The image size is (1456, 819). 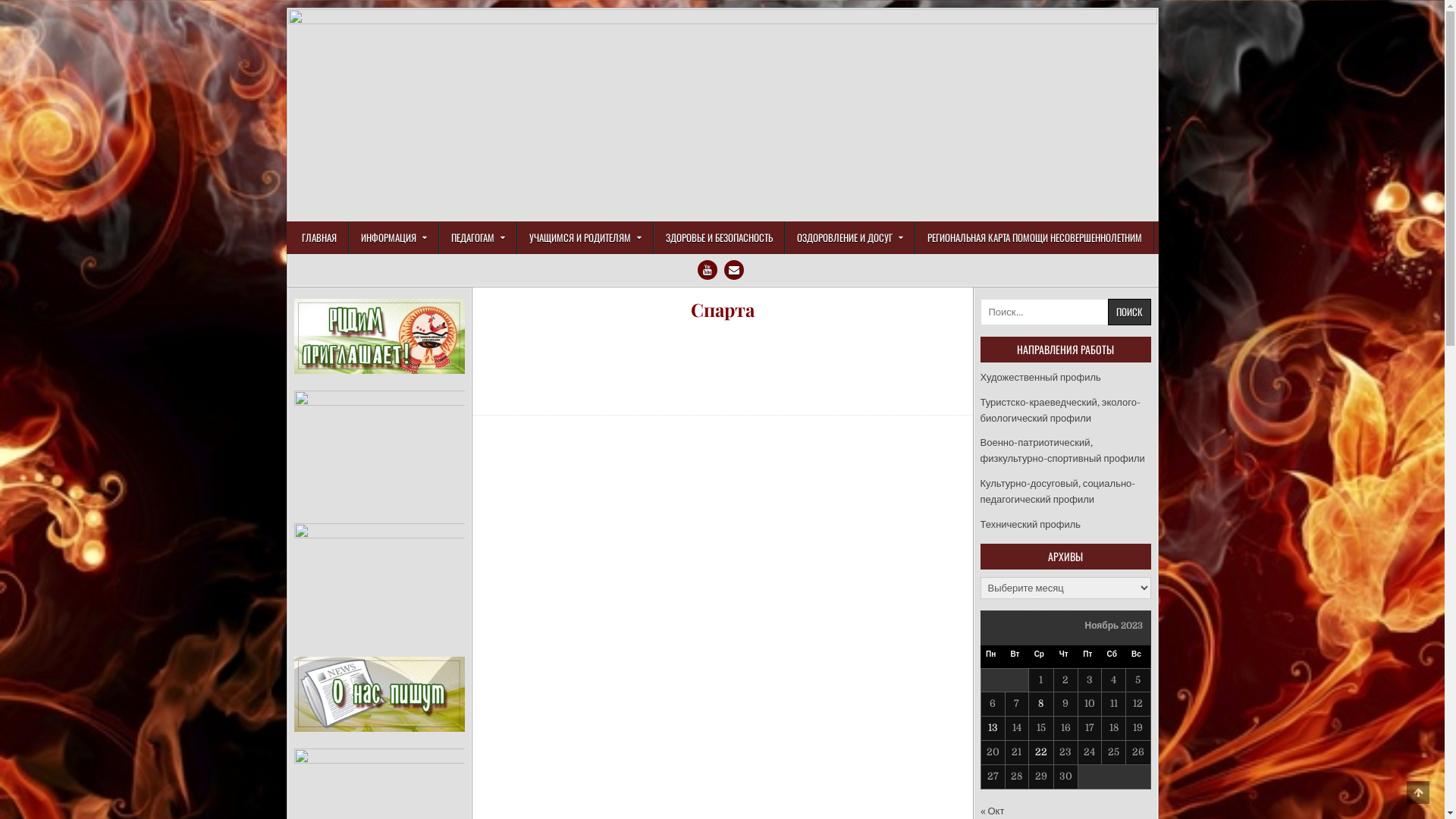 What do you see at coordinates (1040, 752) in the screenshot?
I see `'22'` at bounding box center [1040, 752].